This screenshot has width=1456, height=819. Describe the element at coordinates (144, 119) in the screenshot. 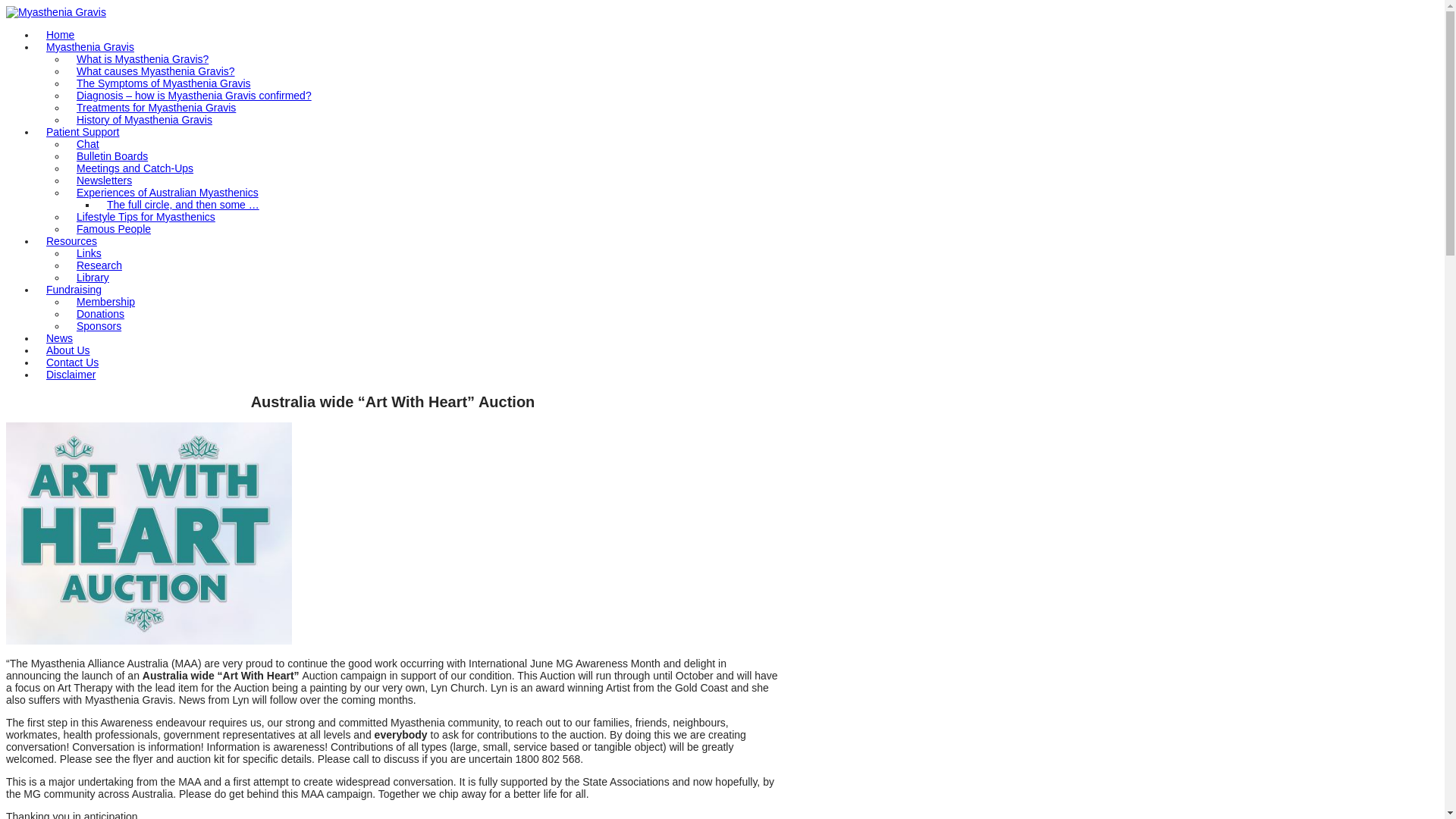

I see `'History of Myasthenia Gravis'` at that location.